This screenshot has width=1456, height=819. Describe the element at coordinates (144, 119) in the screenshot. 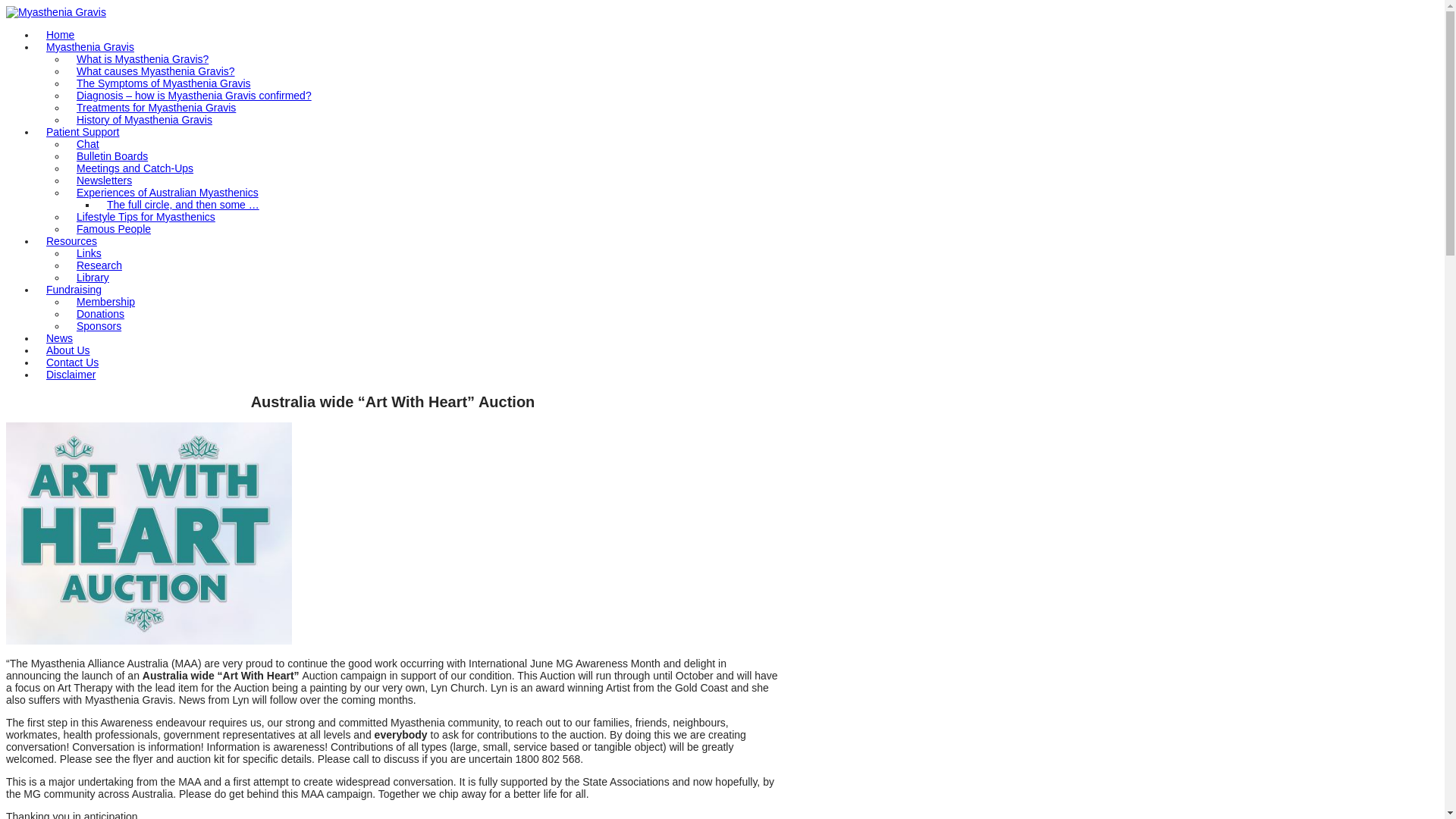

I see `'History of Myasthenia Gravis'` at that location.